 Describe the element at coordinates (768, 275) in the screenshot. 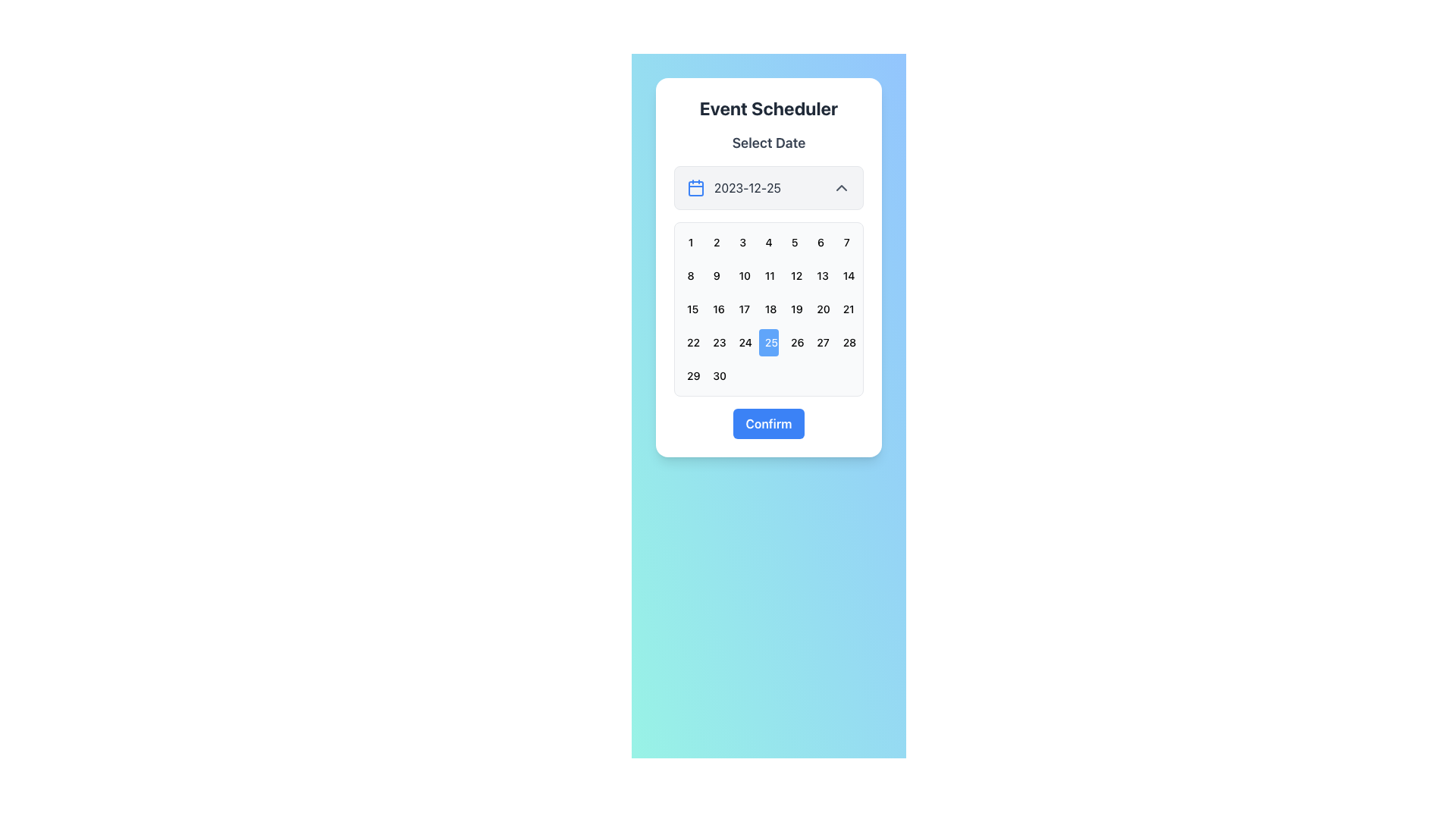

I see `the button` at that location.